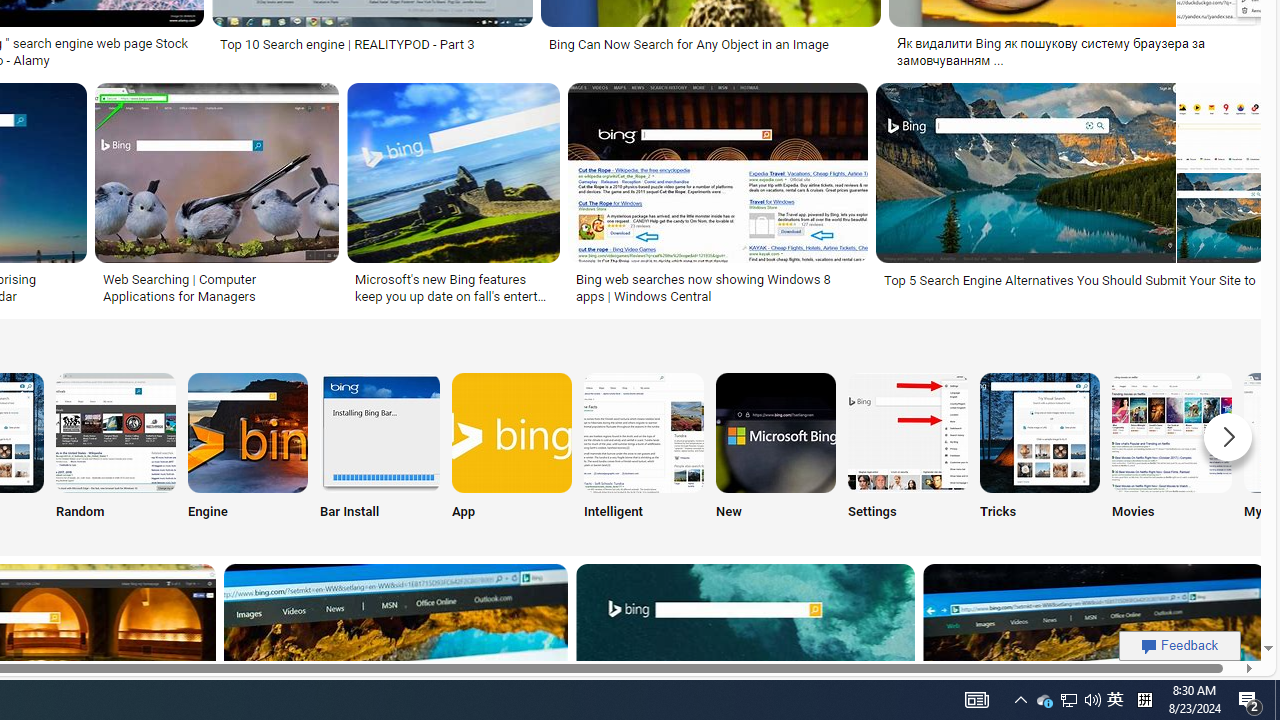  I want to click on 'Top 10 Search engine | REALITYPOD - Part 3', so click(347, 44).